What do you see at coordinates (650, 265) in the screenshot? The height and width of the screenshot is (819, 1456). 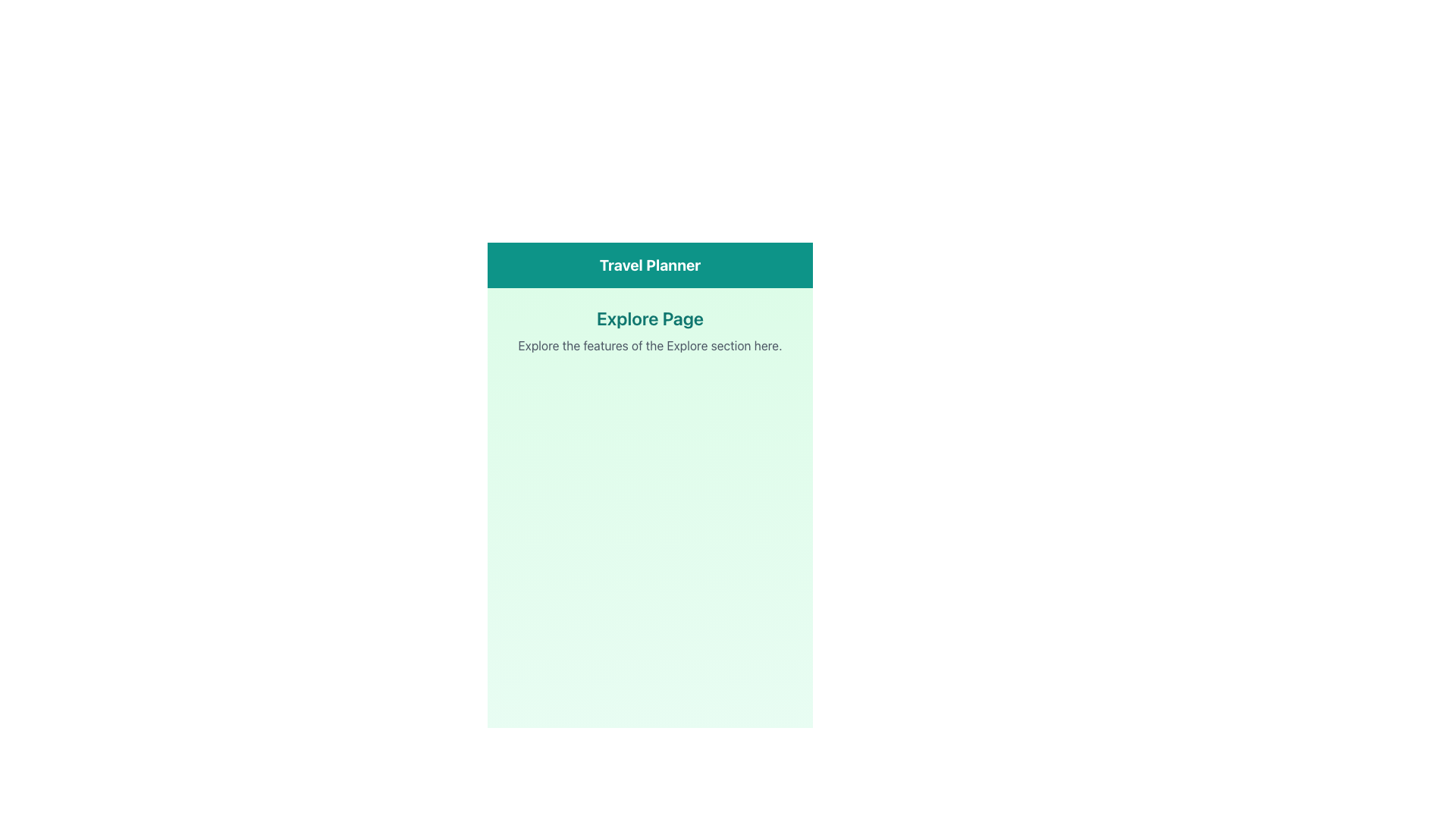 I see `the Static header text element displaying 'Travel Planner' with a solid teal background` at bounding box center [650, 265].